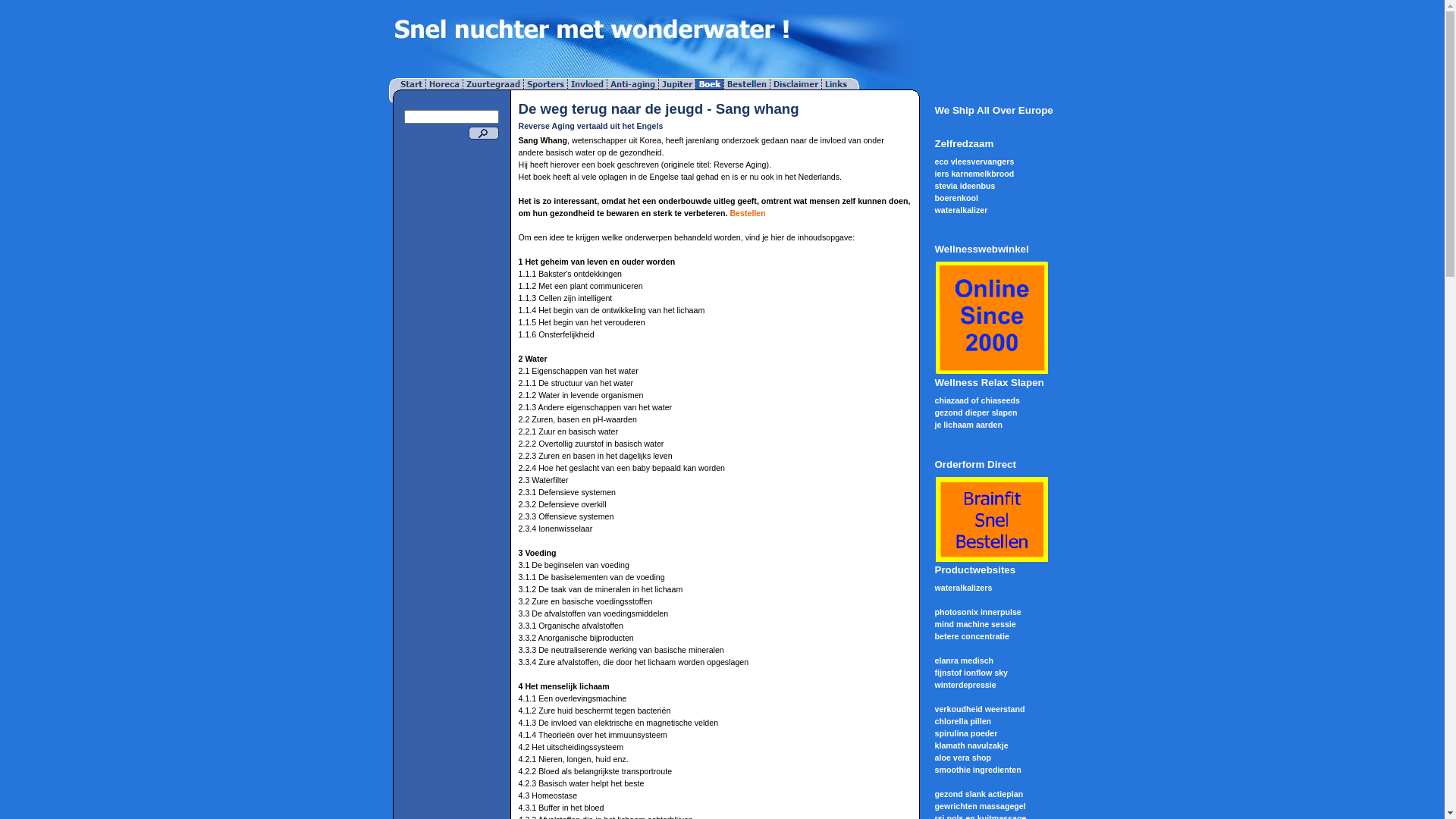 The height and width of the screenshot is (819, 1456). Describe the element at coordinates (977, 610) in the screenshot. I see `'photosonix innerpulse'` at that location.